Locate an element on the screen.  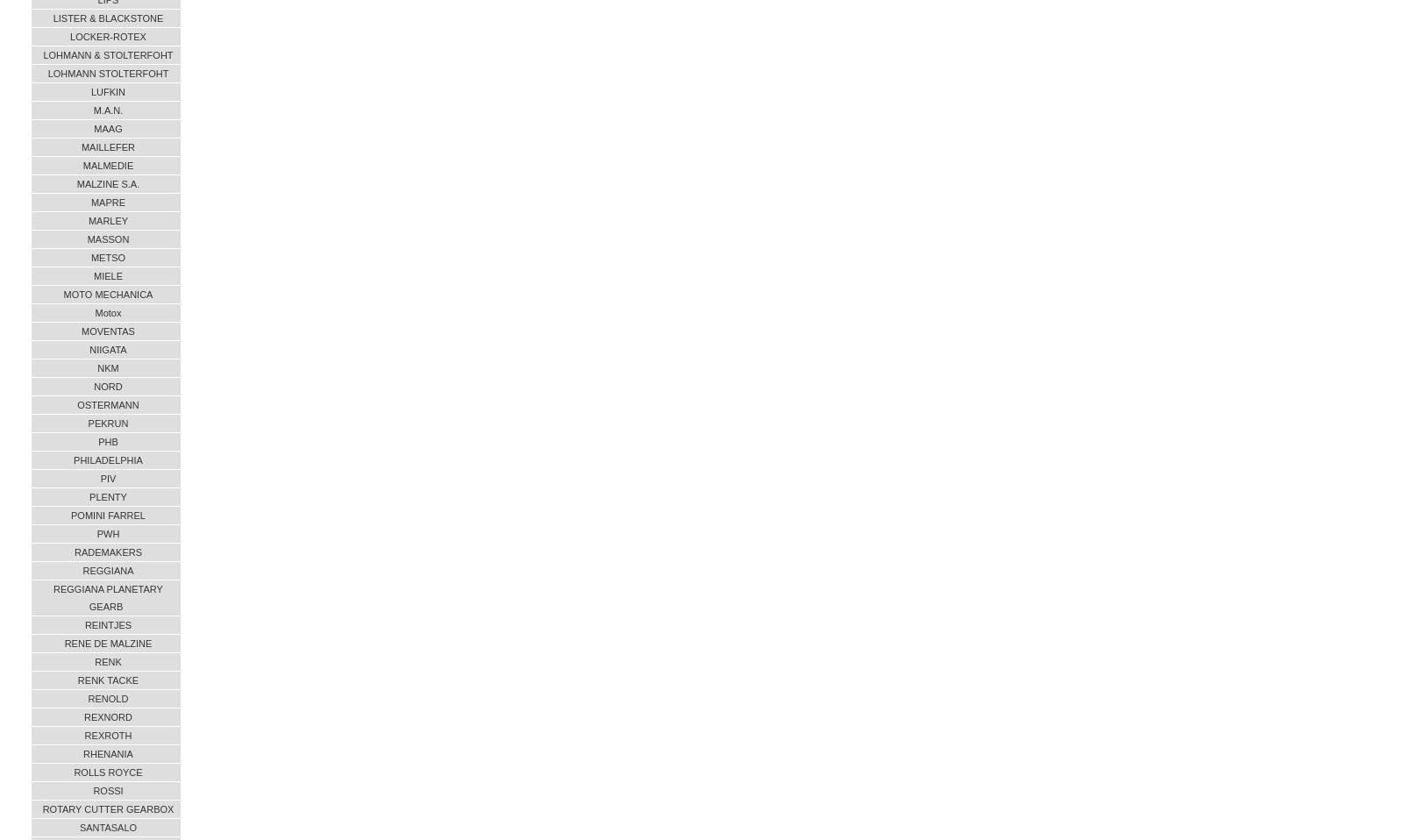
'OSTERMANN' is located at coordinates (107, 405).